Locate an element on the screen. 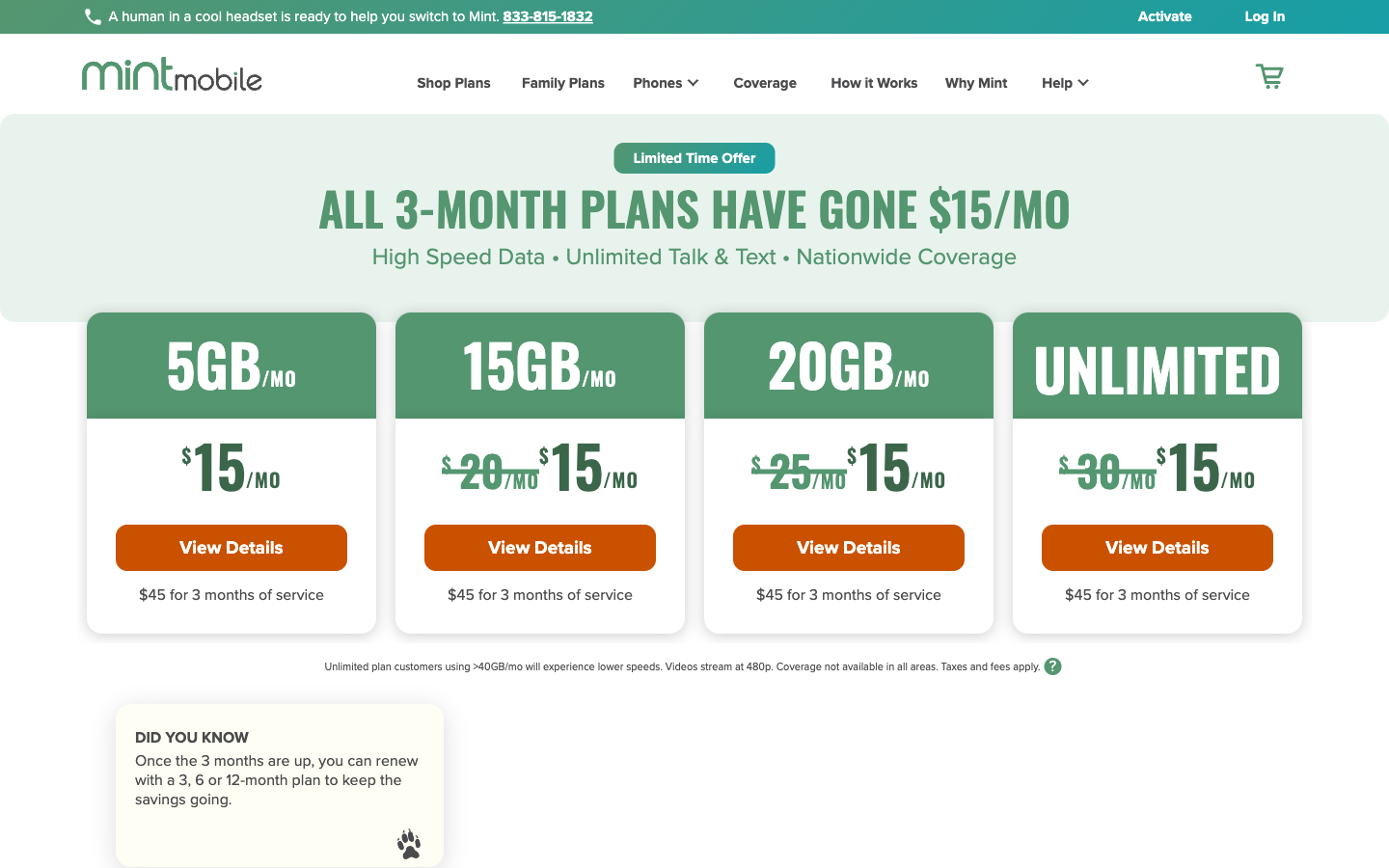 Image resolution: width=1389 pixels, height=868 pixels. Extract more data on 20GB Plan is located at coordinates (847, 547).